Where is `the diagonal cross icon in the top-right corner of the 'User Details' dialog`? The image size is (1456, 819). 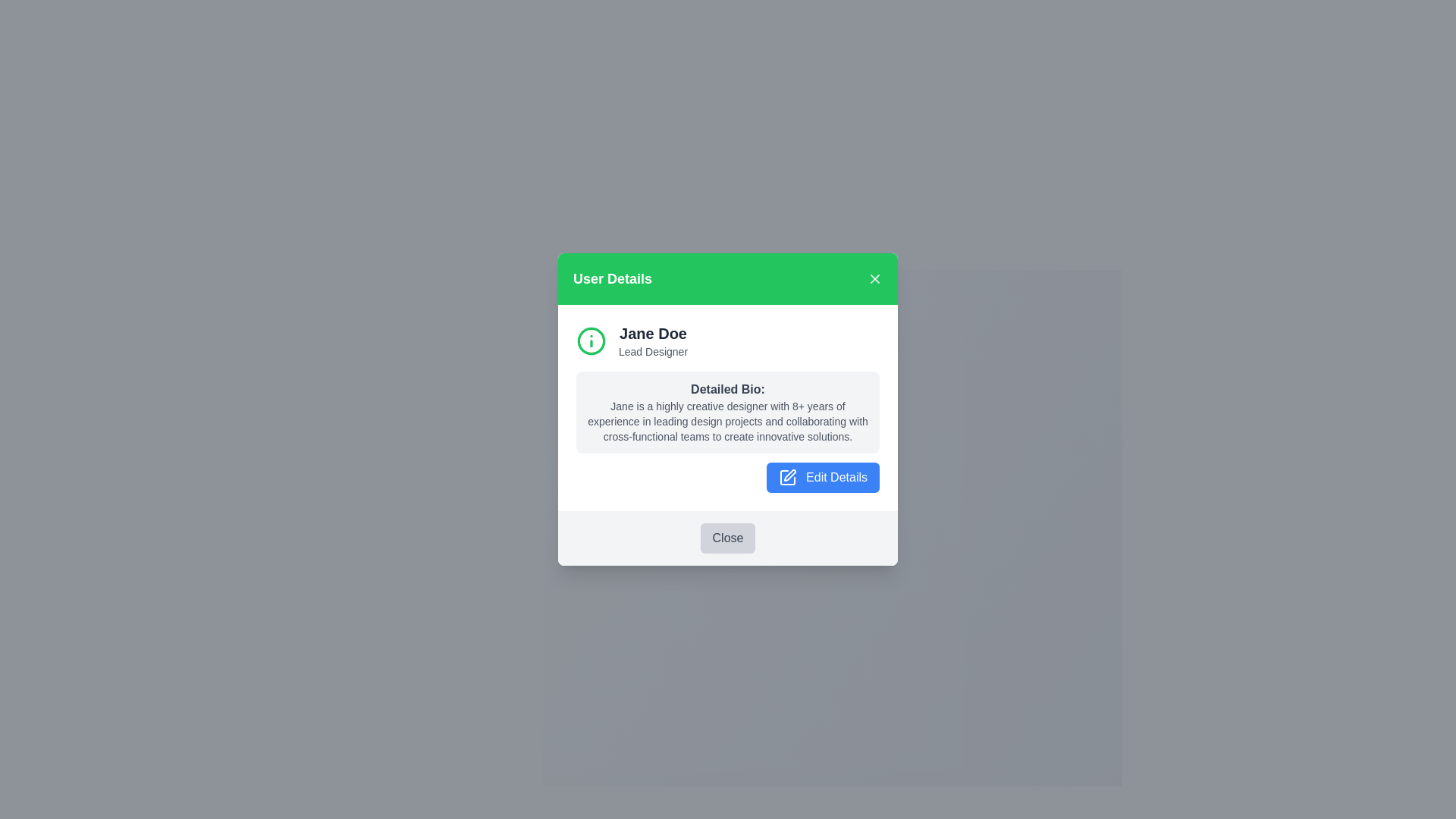
the diagonal cross icon in the top-right corner of the 'User Details' dialog is located at coordinates (874, 278).